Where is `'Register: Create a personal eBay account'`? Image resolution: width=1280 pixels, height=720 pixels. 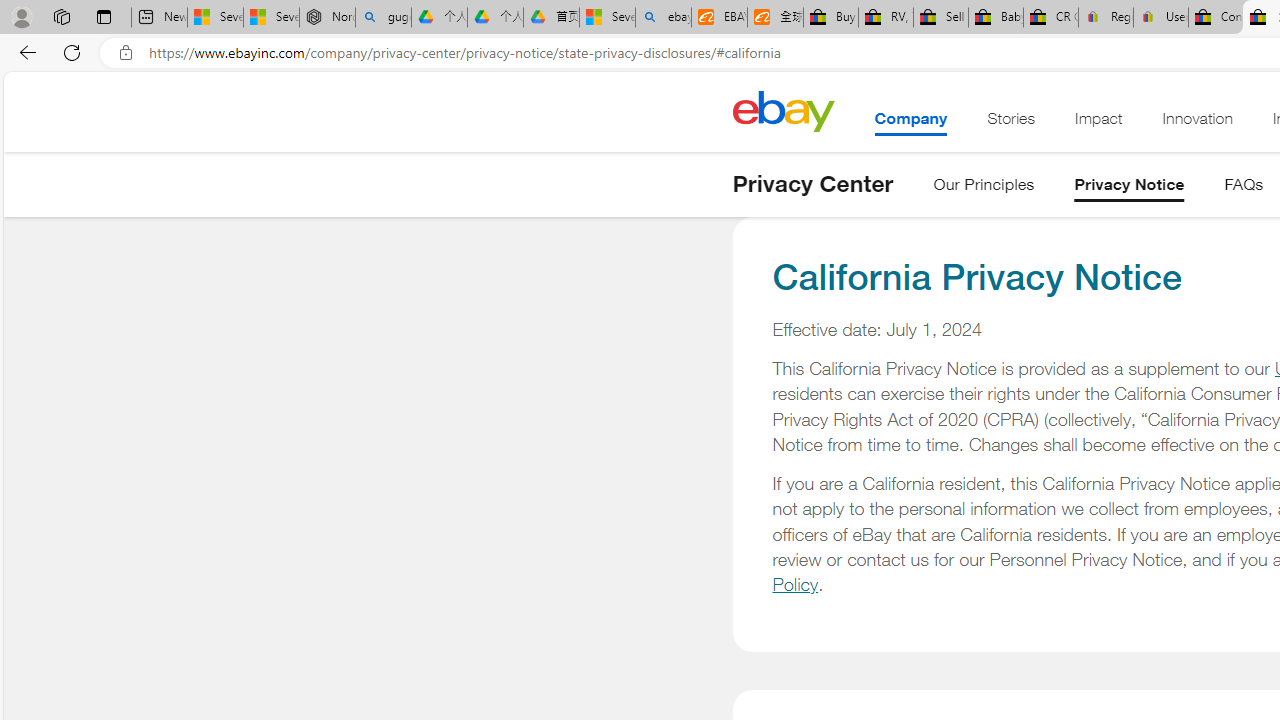 'Register: Create a personal eBay account' is located at coordinates (1104, 17).